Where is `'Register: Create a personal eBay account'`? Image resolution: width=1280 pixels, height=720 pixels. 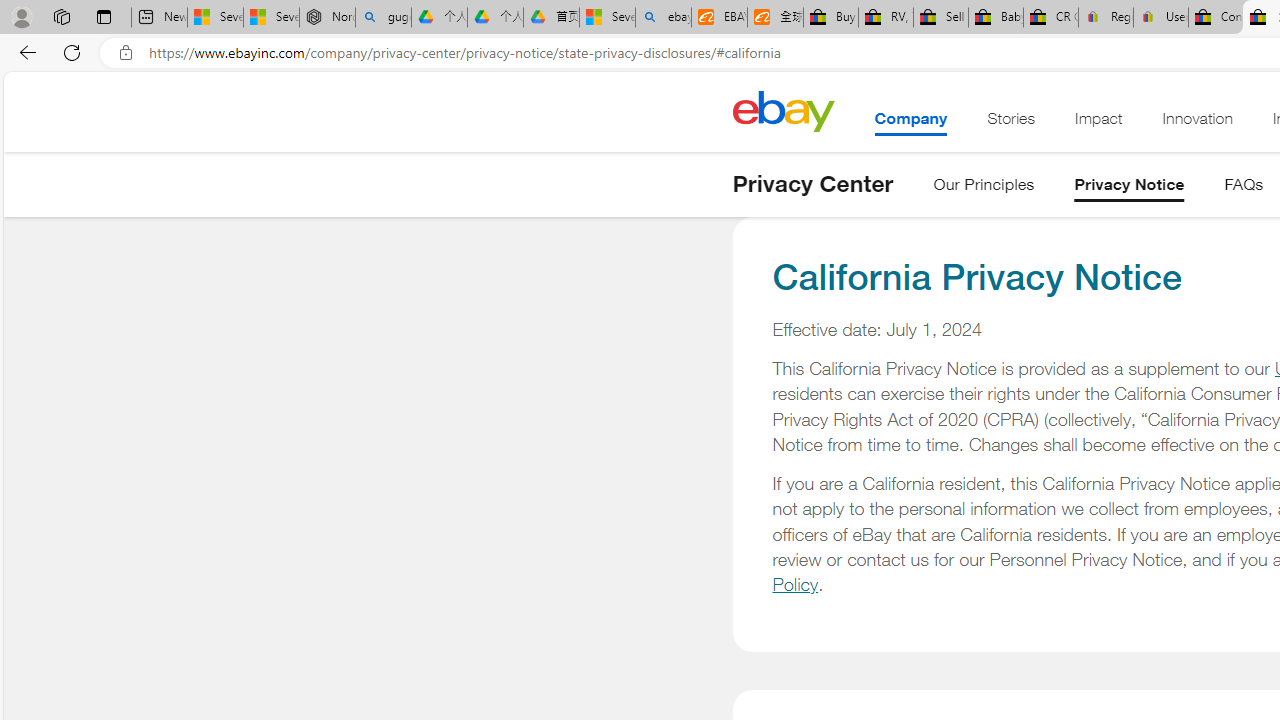 'Register: Create a personal eBay account' is located at coordinates (1104, 17).